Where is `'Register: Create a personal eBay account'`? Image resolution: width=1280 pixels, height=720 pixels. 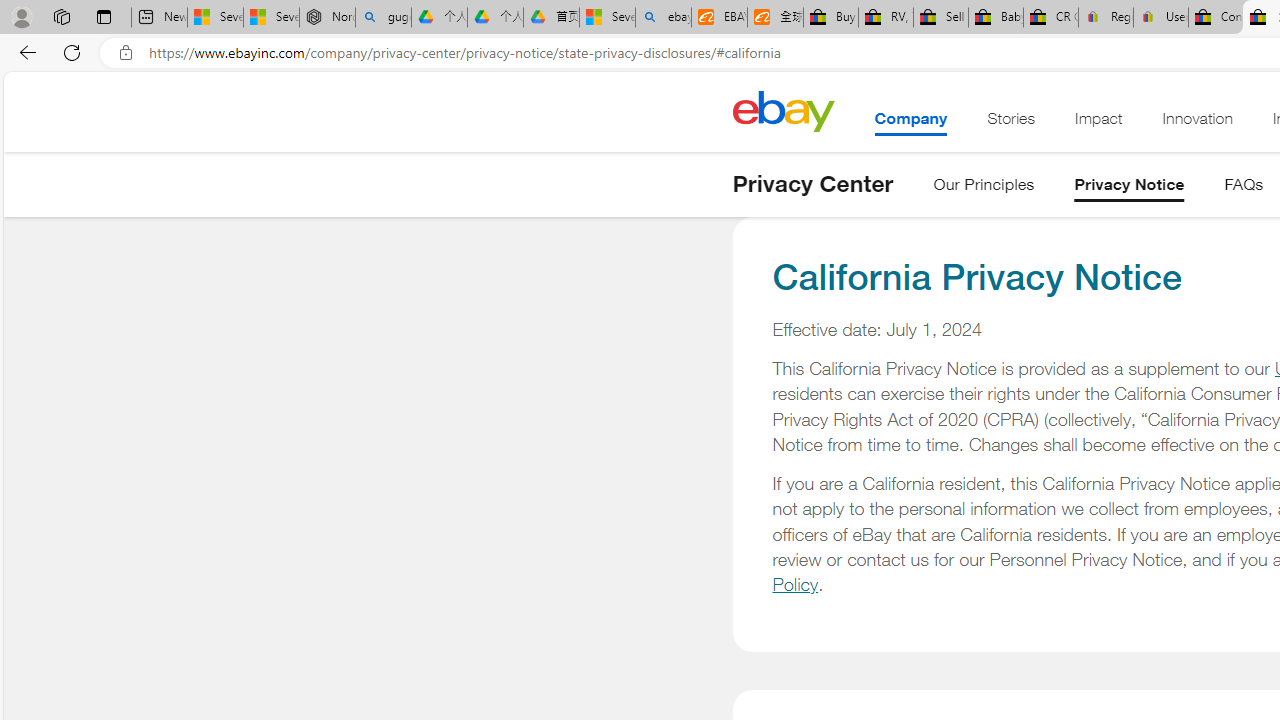 'Register: Create a personal eBay account' is located at coordinates (1104, 17).